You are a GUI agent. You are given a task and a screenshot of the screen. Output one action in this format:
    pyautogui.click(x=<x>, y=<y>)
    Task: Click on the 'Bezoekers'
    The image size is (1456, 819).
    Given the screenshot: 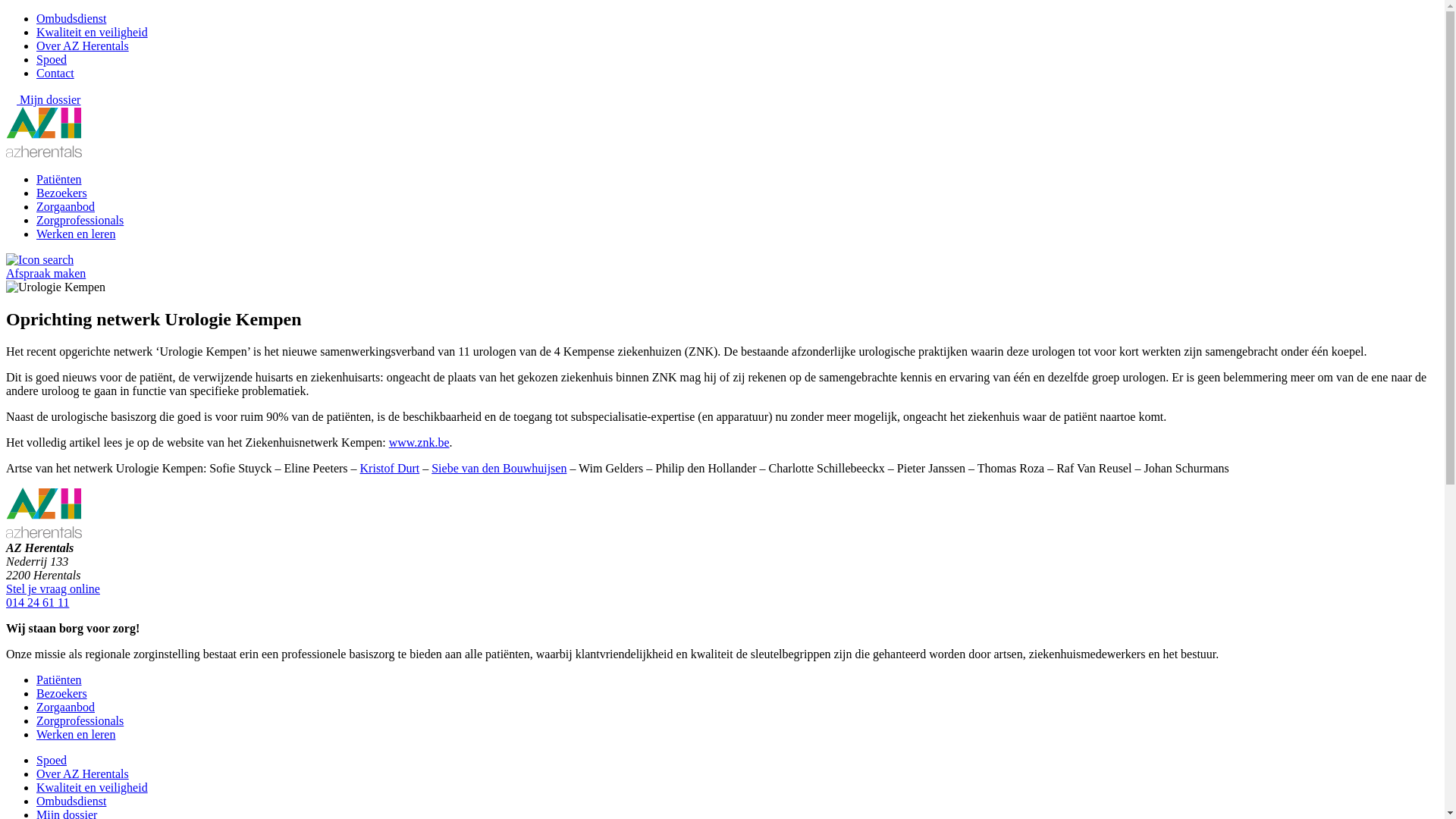 What is the action you would take?
    pyautogui.click(x=36, y=693)
    